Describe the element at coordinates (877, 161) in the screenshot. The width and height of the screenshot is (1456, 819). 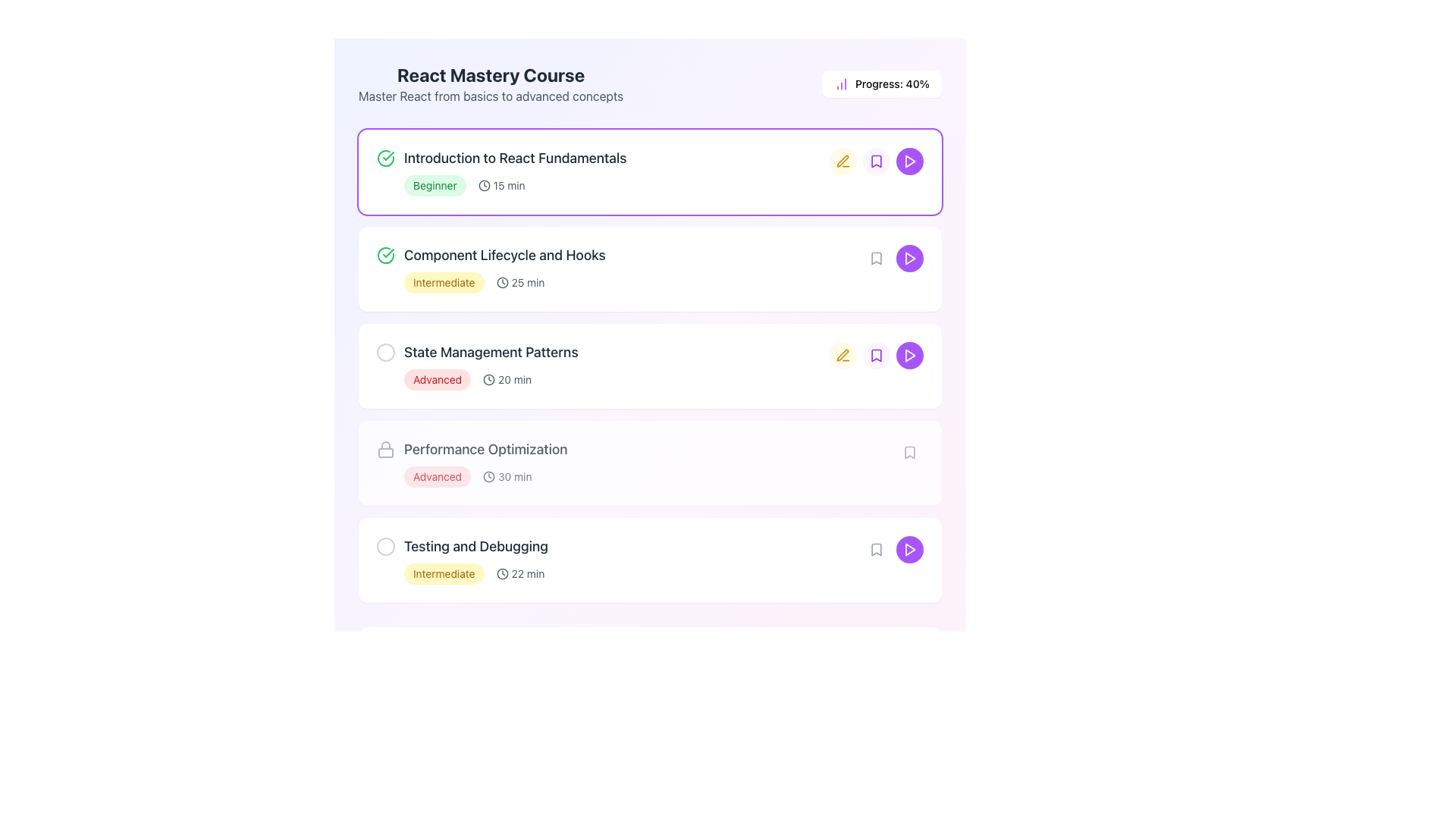
I see `the bookmark button for the course 'Introduction to React Fundamentals'` at that location.